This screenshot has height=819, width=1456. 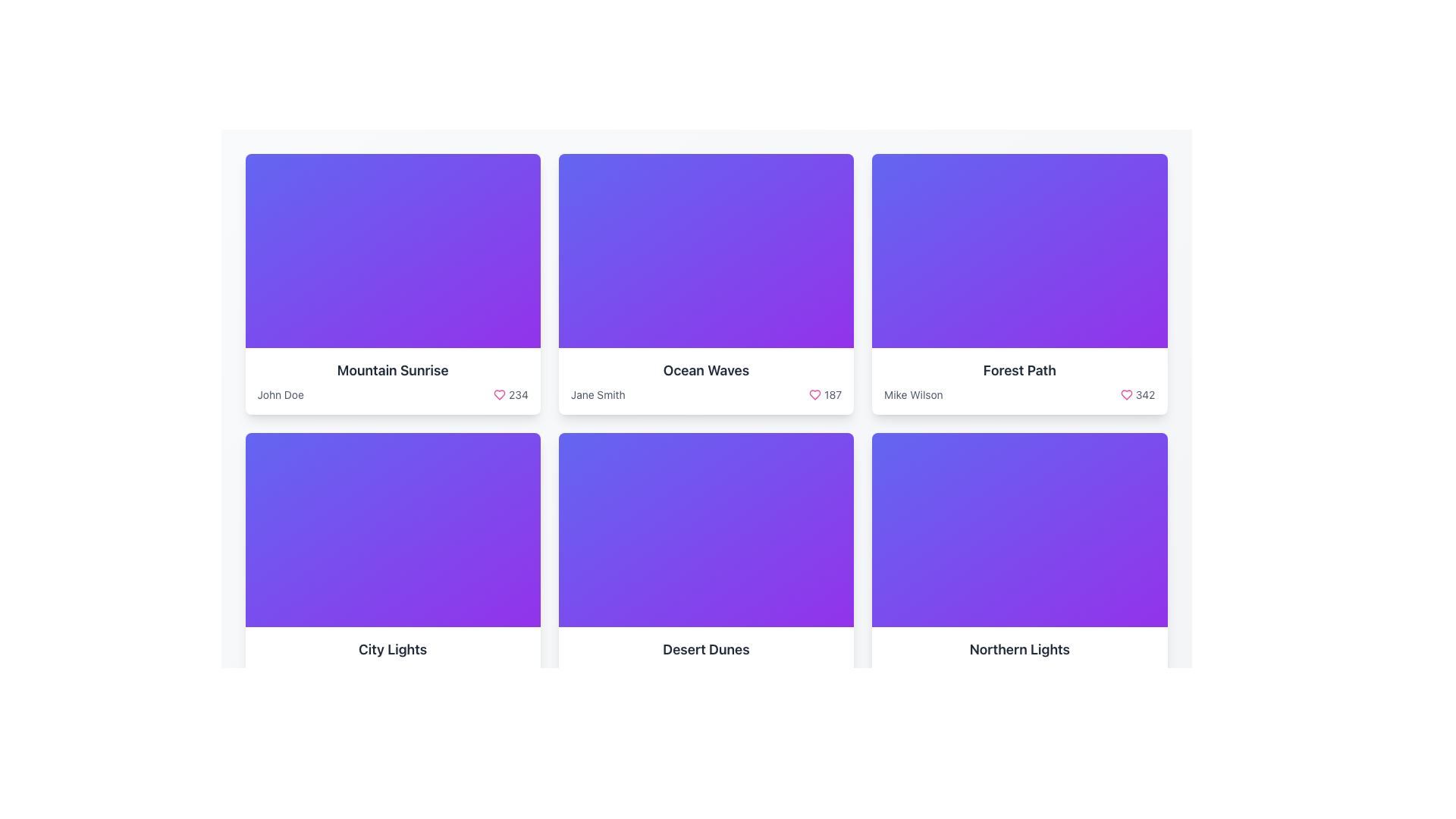 What do you see at coordinates (393, 563) in the screenshot?
I see `the 'City Lights' card, which has a white background, rounded corners, and contains a title in bold font` at bounding box center [393, 563].